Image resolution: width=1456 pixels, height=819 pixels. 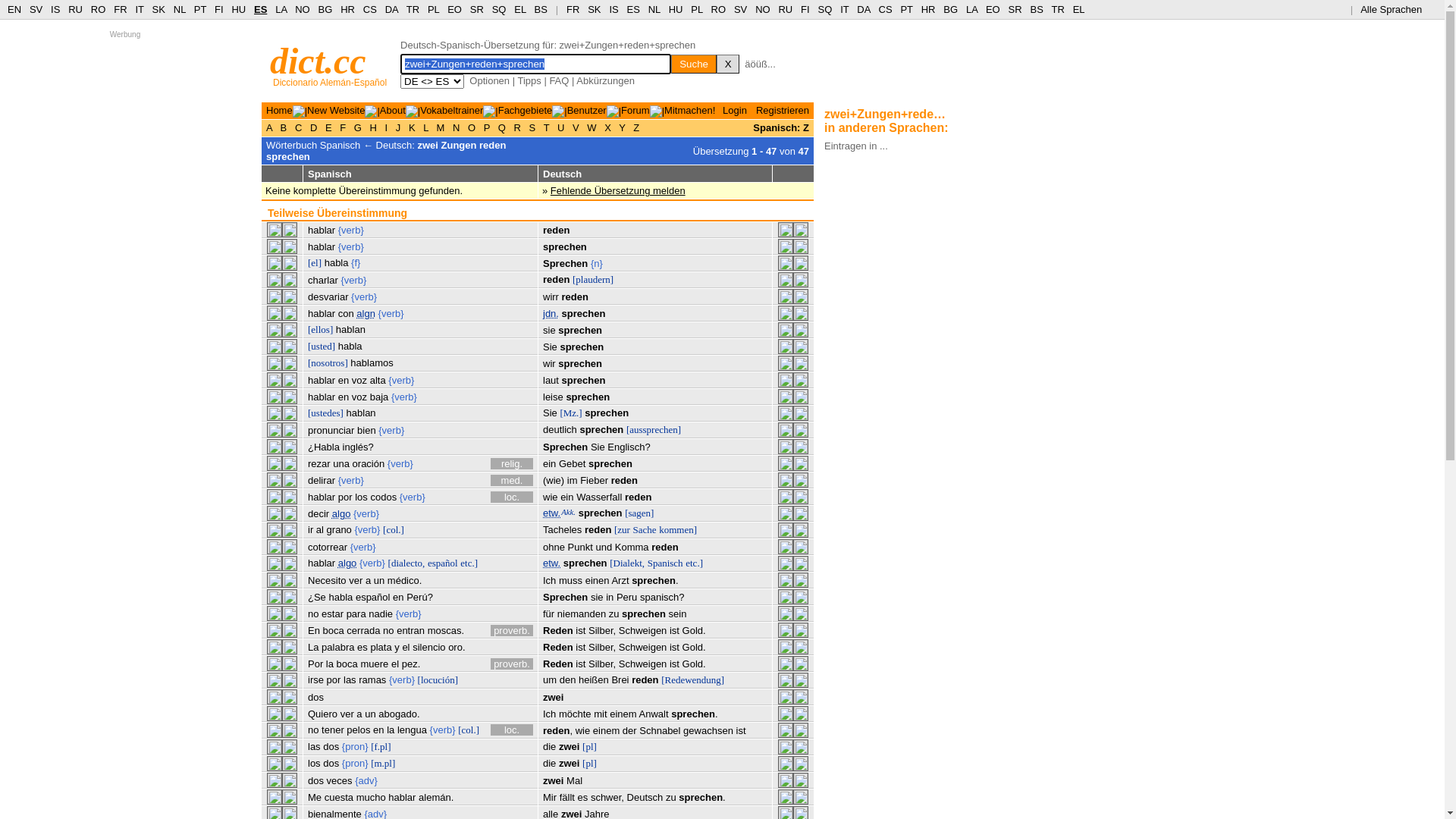 I want to click on 'dos', so click(x=330, y=763).